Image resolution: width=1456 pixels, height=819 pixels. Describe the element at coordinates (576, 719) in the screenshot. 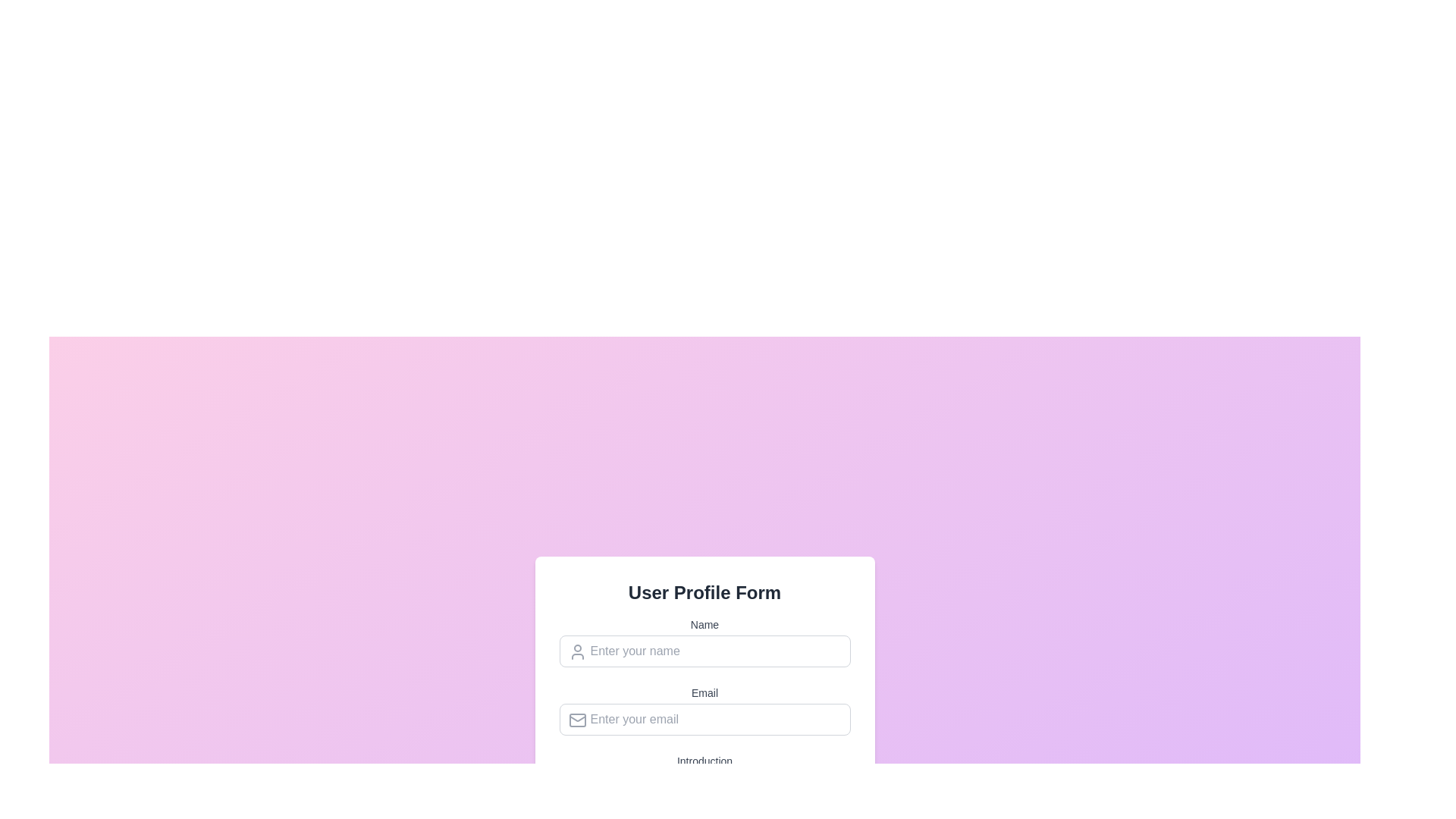

I see `email envelope icon, which is a rectangle with rounded corners, located near the top-left corner of the user profile form input field` at that location.